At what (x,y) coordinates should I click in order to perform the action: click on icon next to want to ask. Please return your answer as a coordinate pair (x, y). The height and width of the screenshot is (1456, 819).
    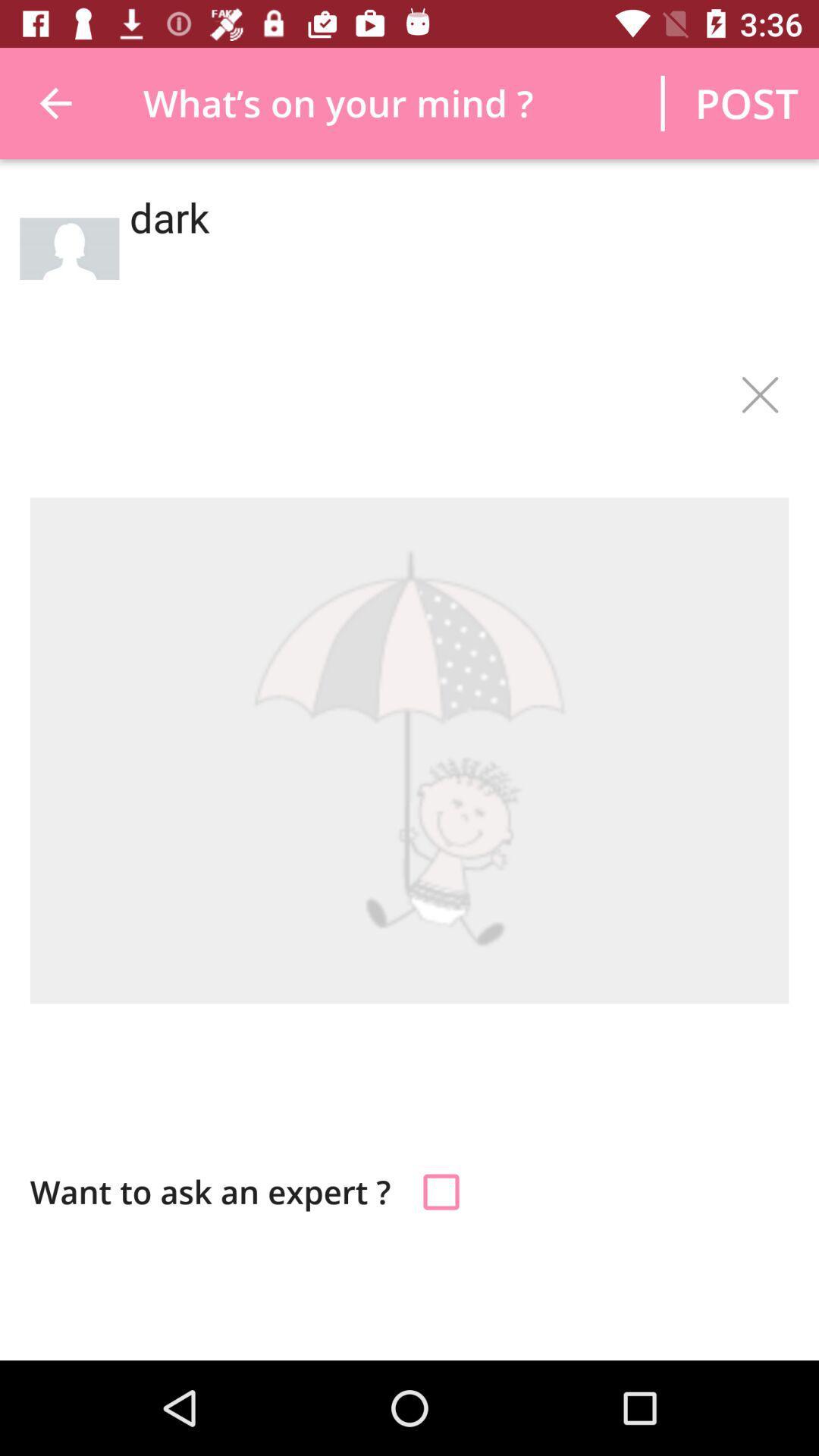
    Looking at the image, I should click on (441, 1191).